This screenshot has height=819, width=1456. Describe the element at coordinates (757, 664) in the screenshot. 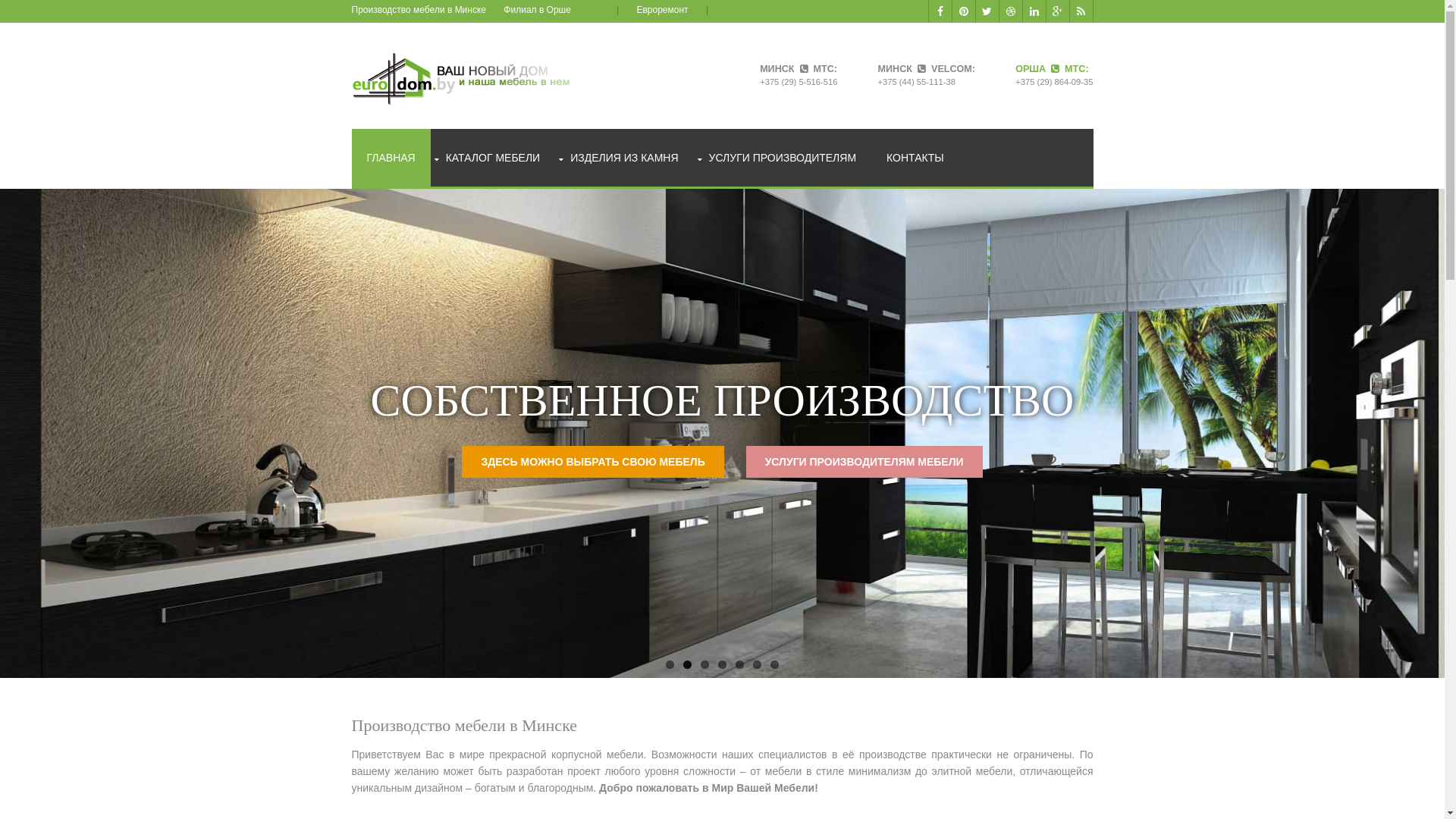

I see `'6'` at that location.